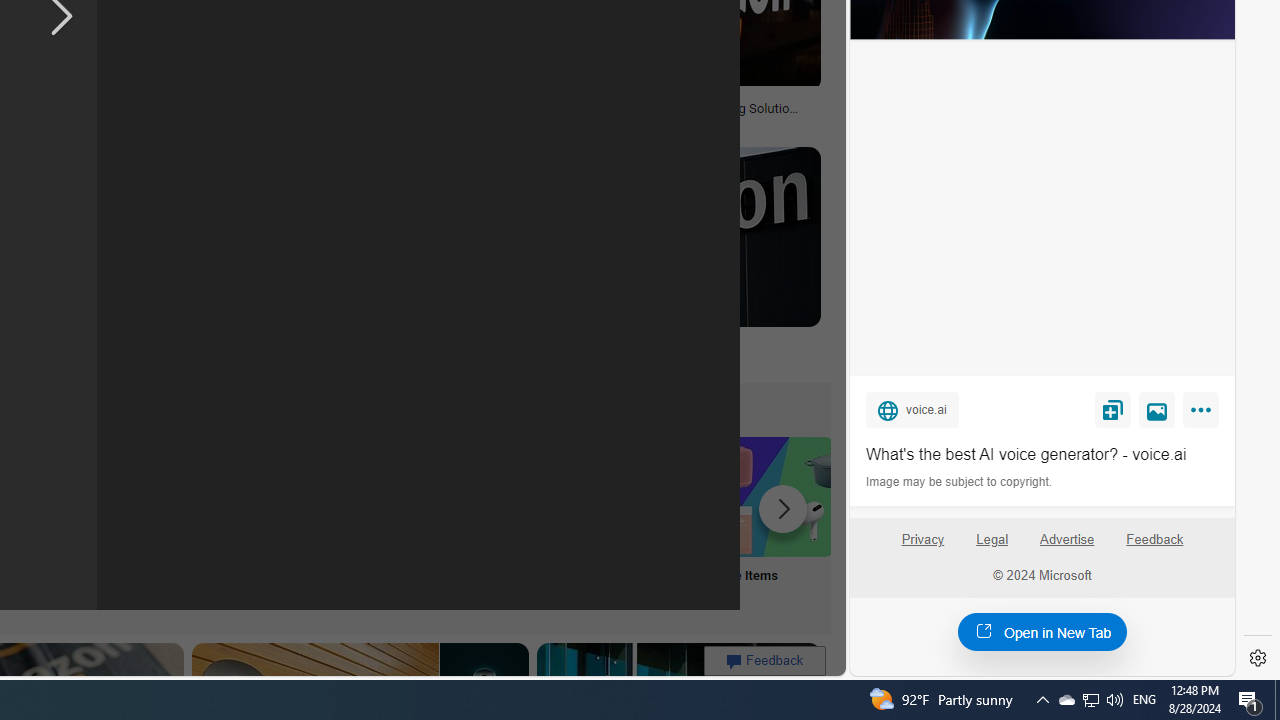 This screenshot has height=720, width=1280. What do you see at coordinates (921, 547) in the screenshot?
I see `'Privacy'` at bounding box center [921, 547].